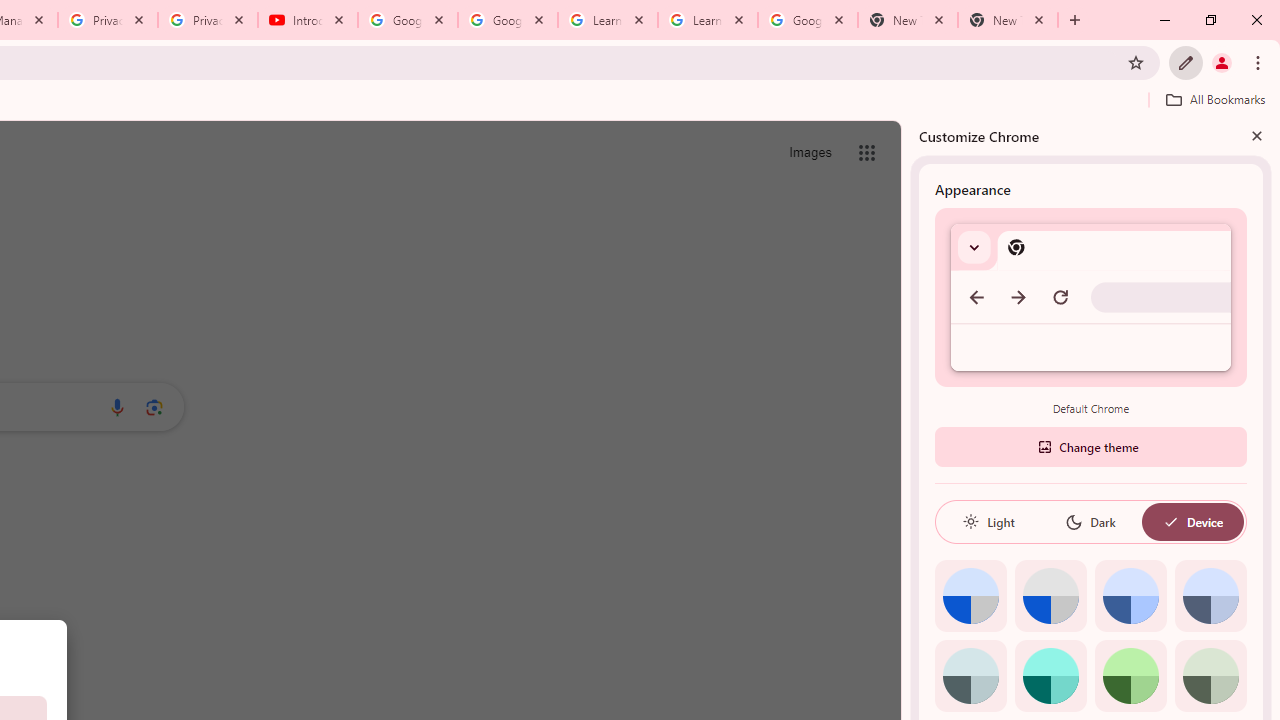 This screenshot has height=720, width=1280. I want to click on 'Cool grey', so click(1209, 595).